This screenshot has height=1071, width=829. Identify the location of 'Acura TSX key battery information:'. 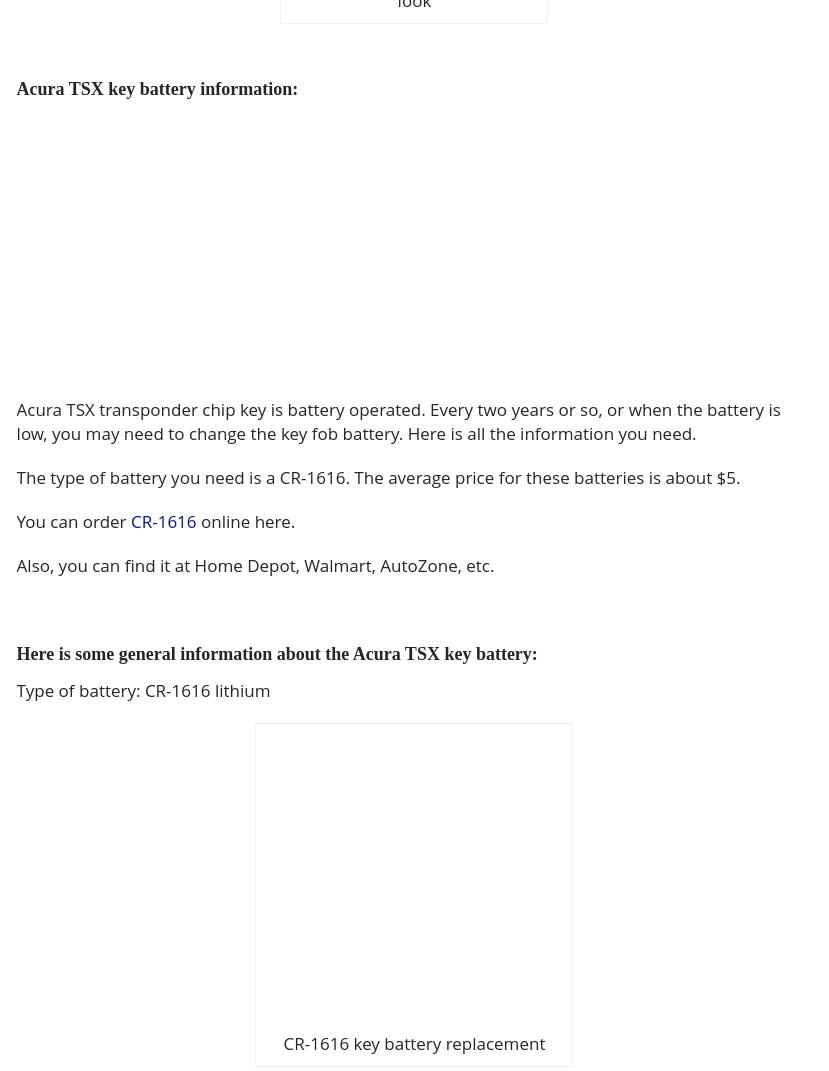
(157, 88).